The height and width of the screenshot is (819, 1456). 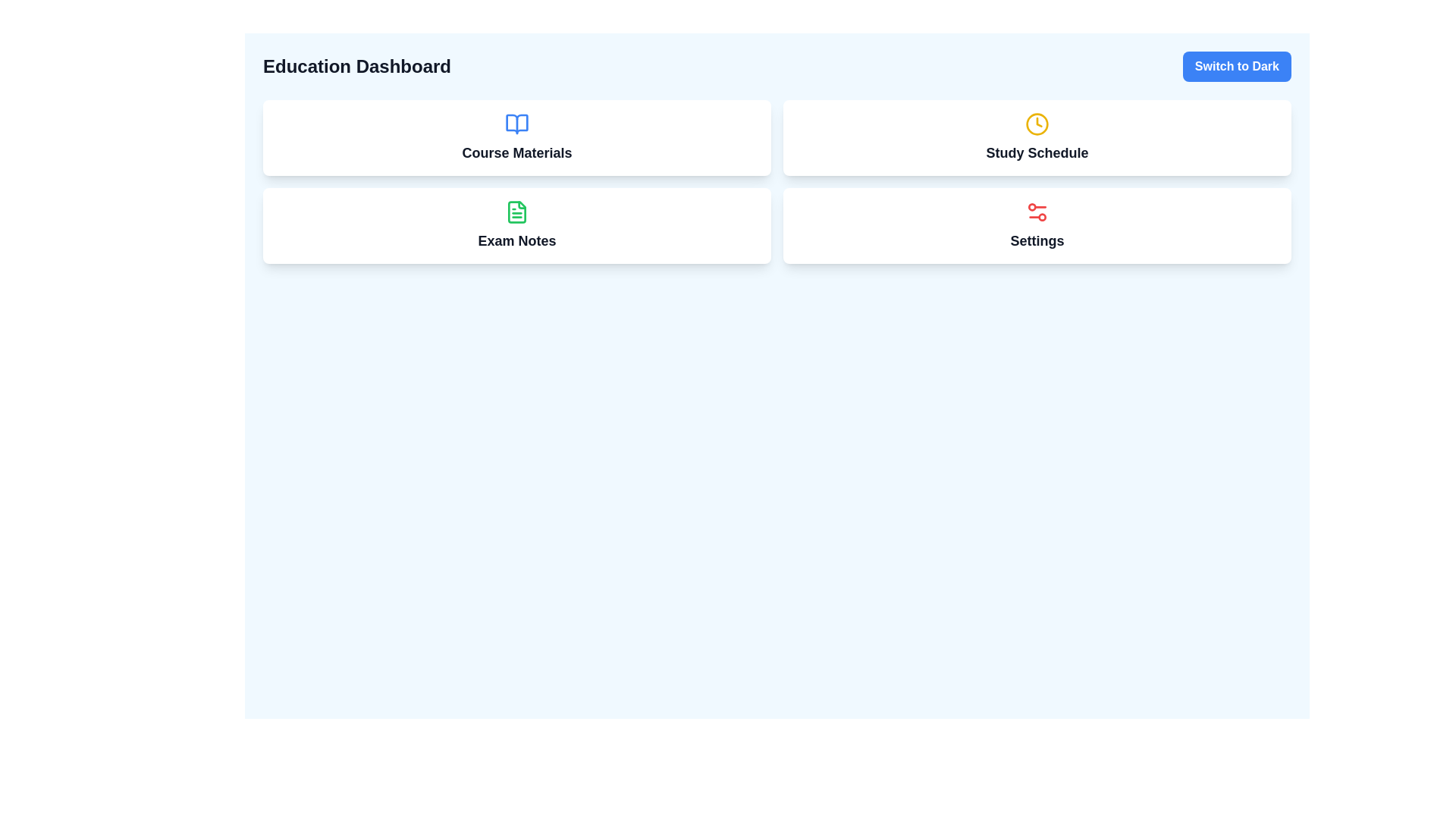 I want to click on the decorative graphical UI component of the clock icon located in the 'Study Schedule' feature box, so click(x=1037, y=124).